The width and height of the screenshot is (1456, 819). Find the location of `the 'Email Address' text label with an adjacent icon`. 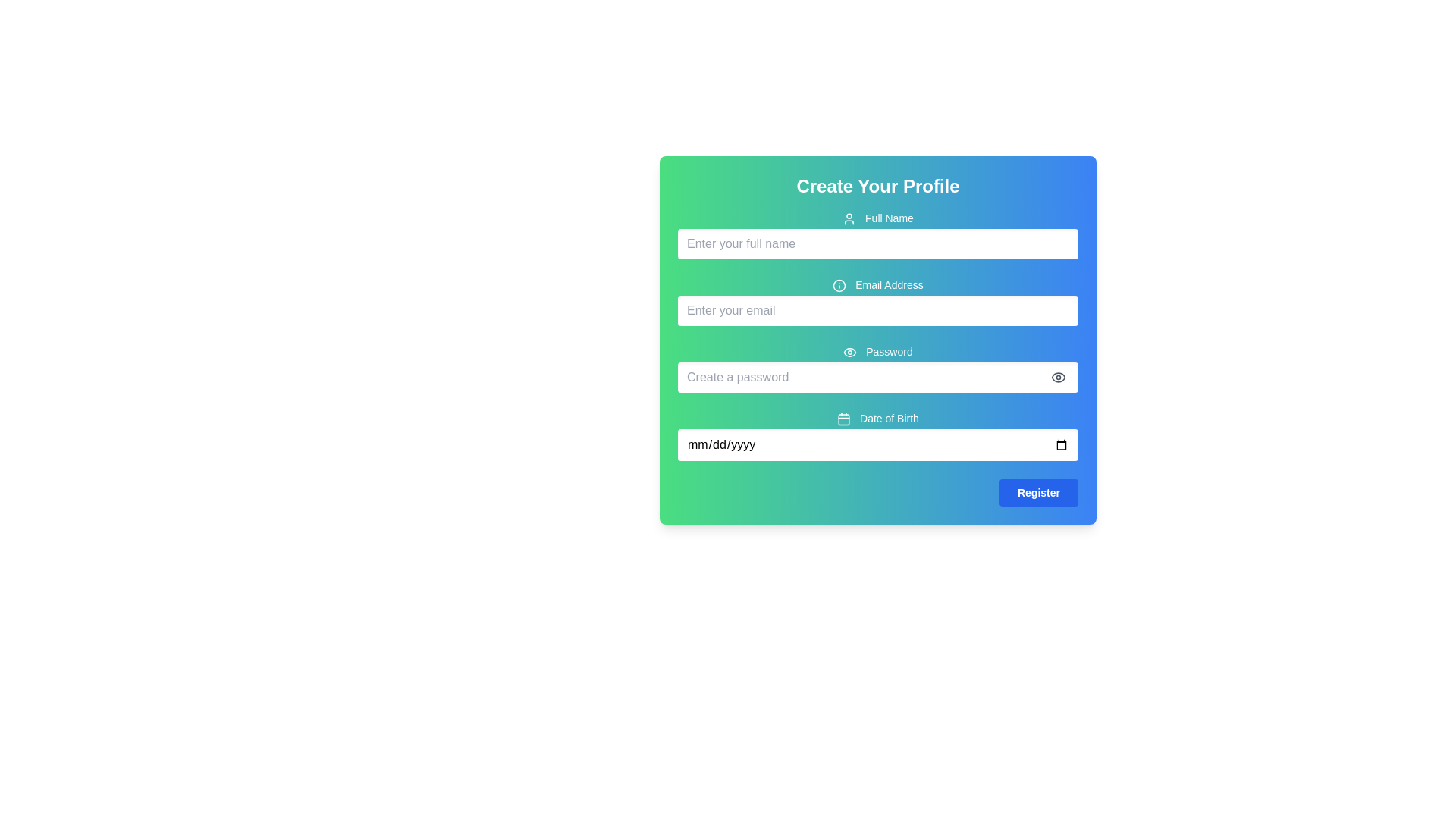

the 'Email Address' text label with an adjacent icon is located at coordinates (877, 284).